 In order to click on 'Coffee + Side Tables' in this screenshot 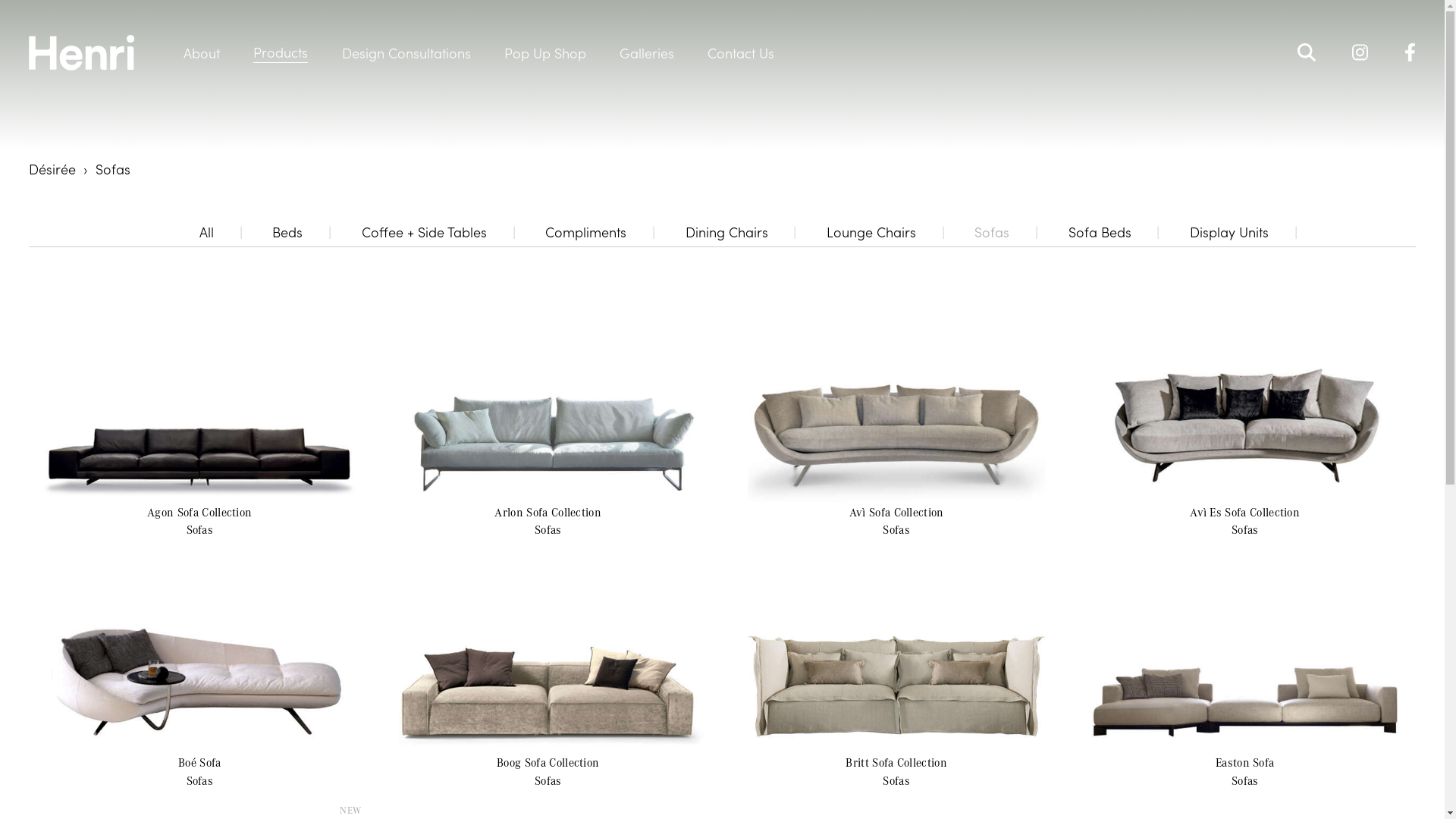, I will do `click(360, 231)`.